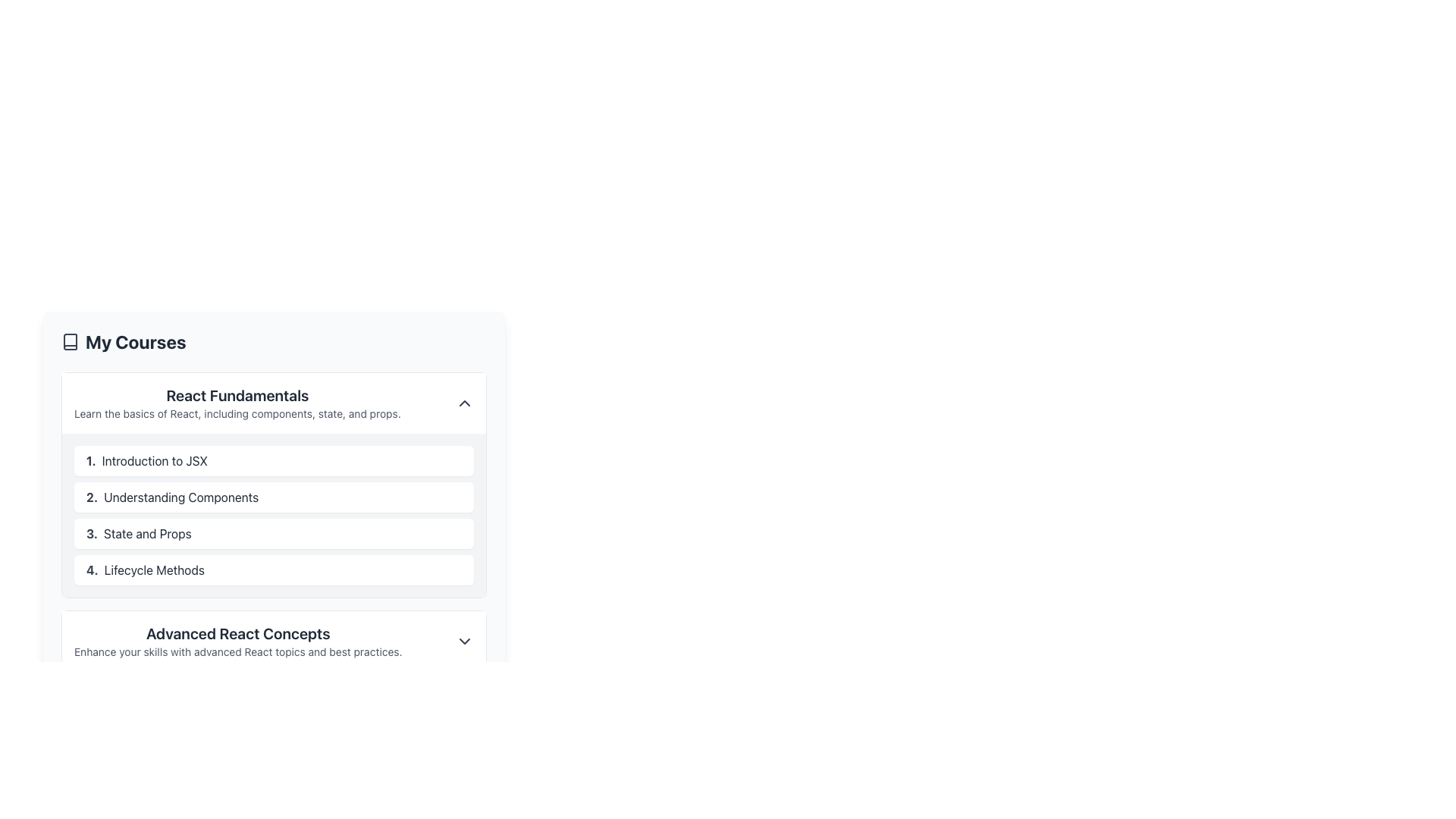 The width and height of the screenshot is (1456, 819). Describe the element at coordinates (237, 641) in the screenshot. I see `the text block displaying the course title 'Advanced React Concepts' to possibly reveal additional information` at that location.